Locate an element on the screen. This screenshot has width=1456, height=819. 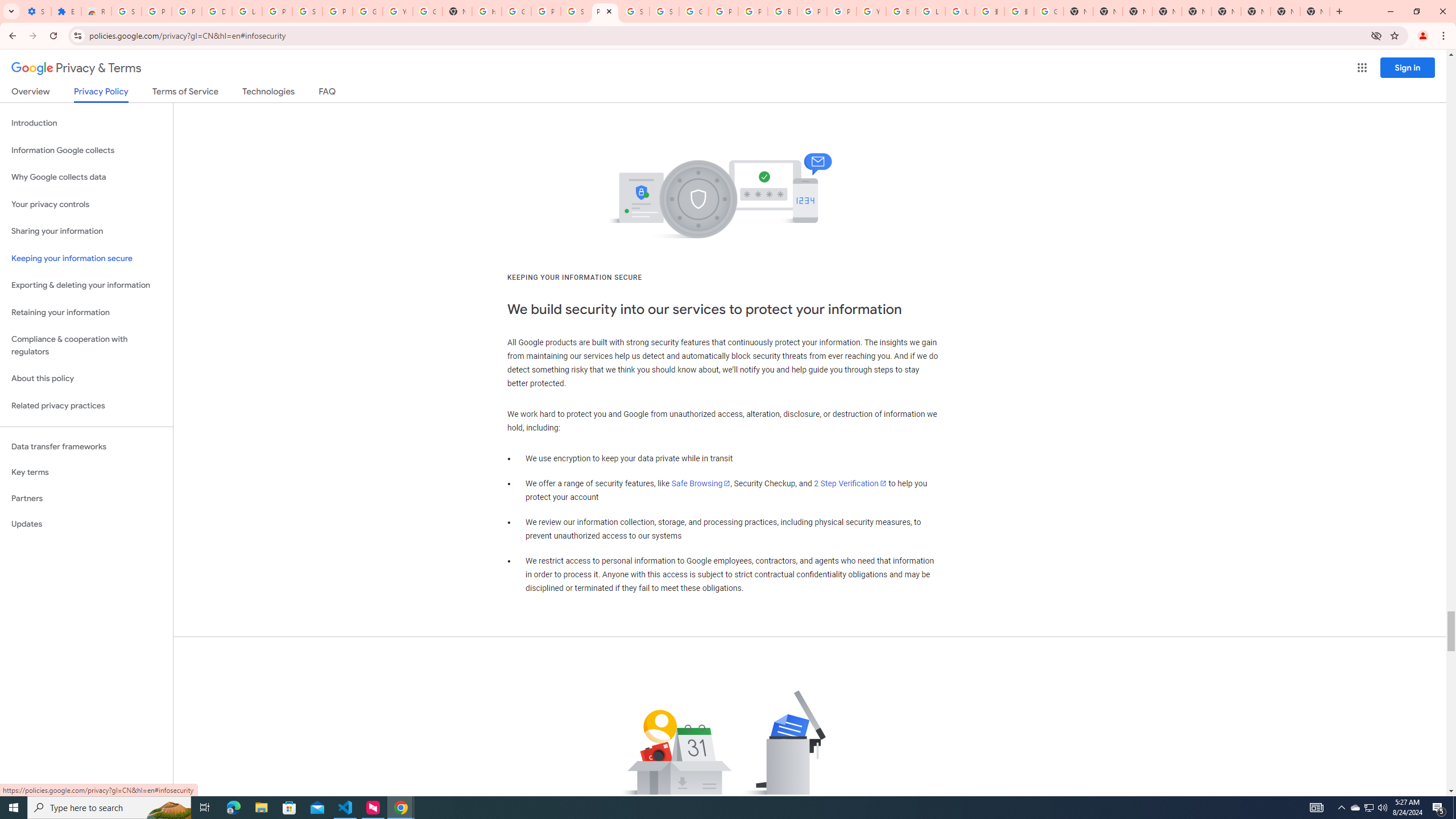
'Related privacy practices' is located at coordinates (86, 405).